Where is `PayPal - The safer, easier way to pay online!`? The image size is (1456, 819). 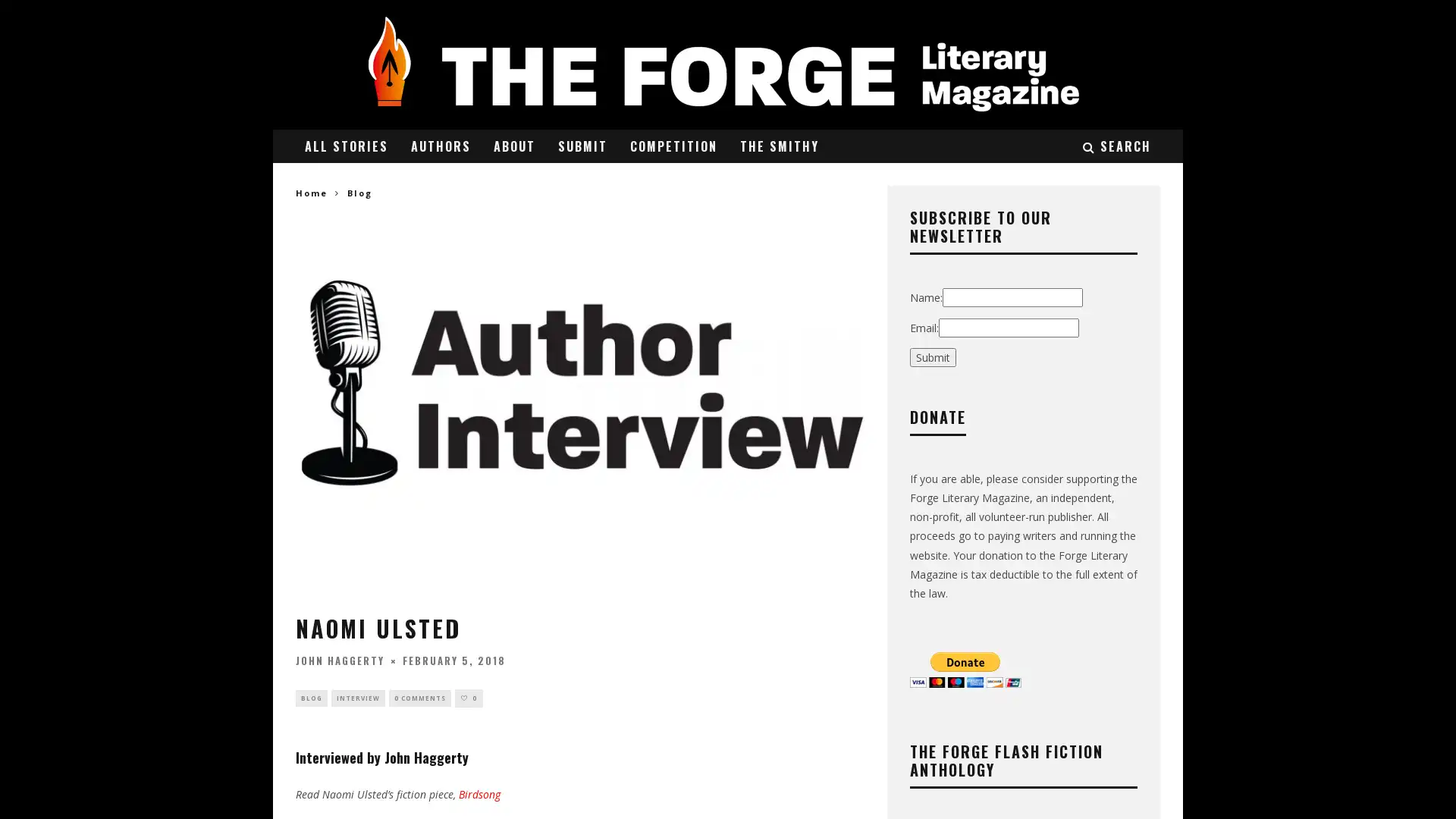 PayPal - The safer, easier way to pay online! is located at coordinates (965, 668).